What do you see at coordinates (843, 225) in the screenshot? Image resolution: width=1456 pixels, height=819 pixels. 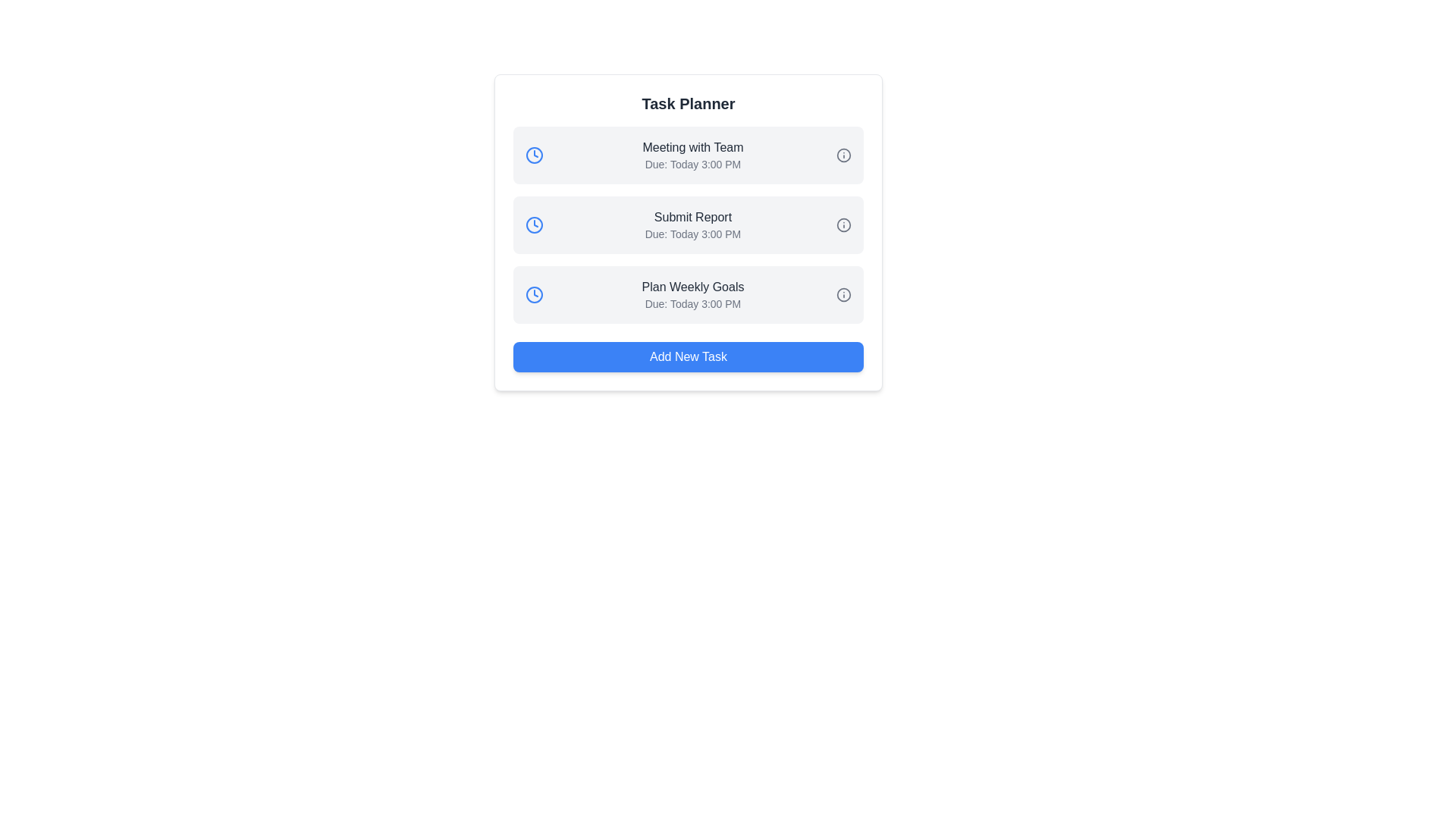 I see `the circular SVG element with a dark outline and light fill, located within the information icon on the rightmost side of the 'Submit Report' task row` at bounding box center [843, 225].